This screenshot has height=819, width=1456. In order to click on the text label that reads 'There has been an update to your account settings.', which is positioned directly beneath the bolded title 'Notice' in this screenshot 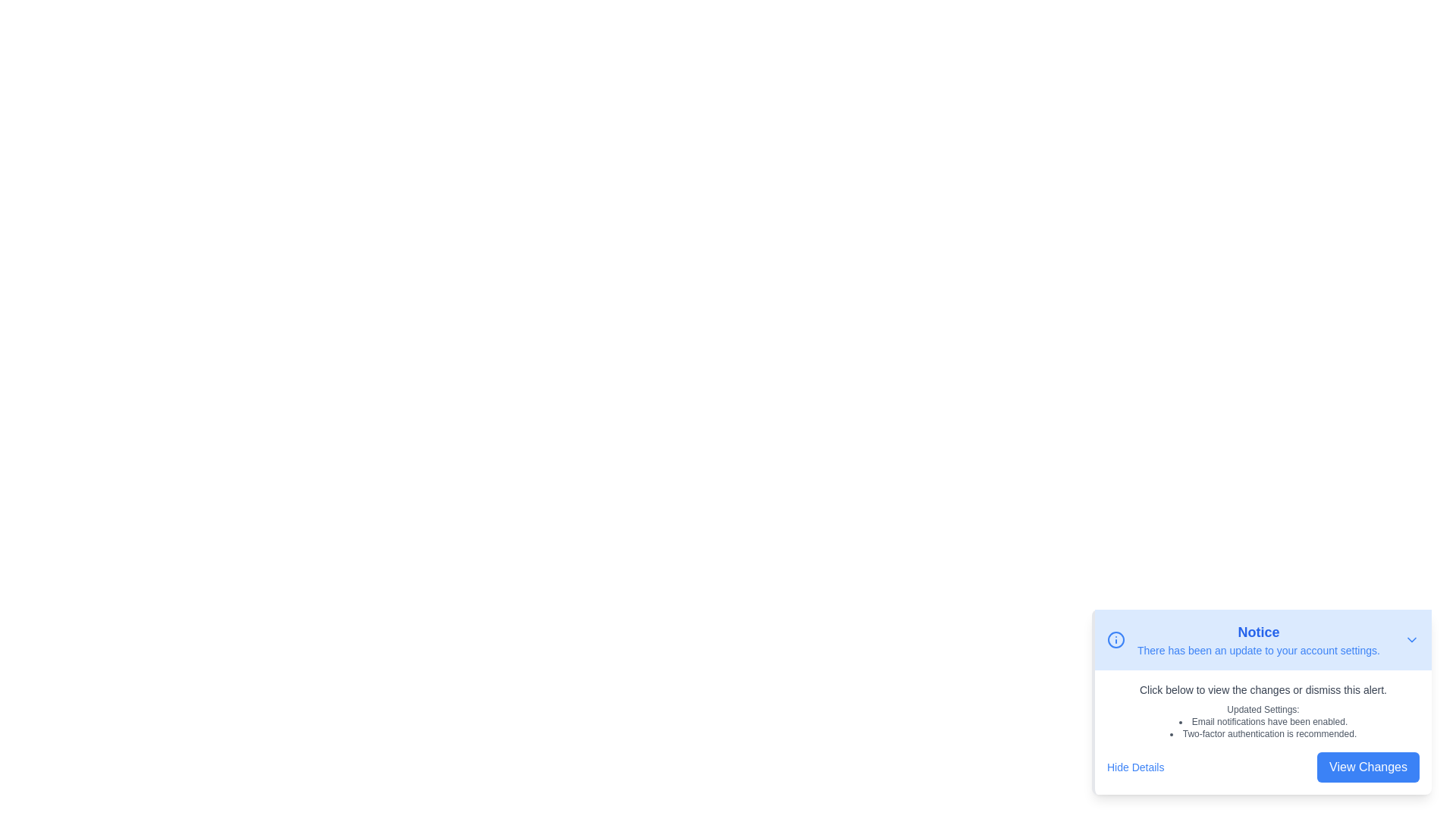, I will do `click(1259, 649)`.